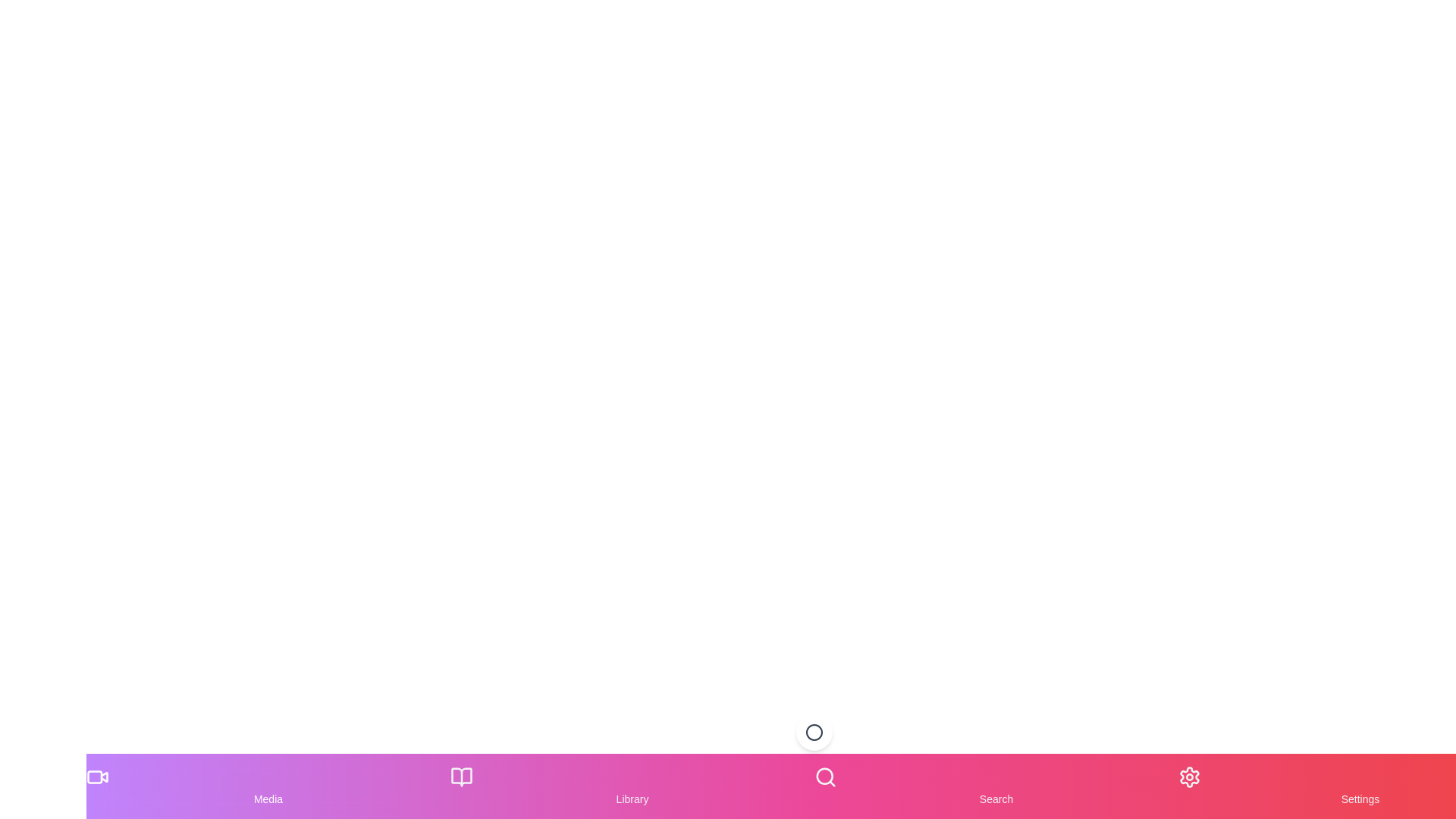 The width and height of the screenshot is (1456, 819). What do you see at coordinates (1360, 786) in the screenshot?
I see `the Settings tab in the bottom navigation menu` at bounding box center [1360, 786].